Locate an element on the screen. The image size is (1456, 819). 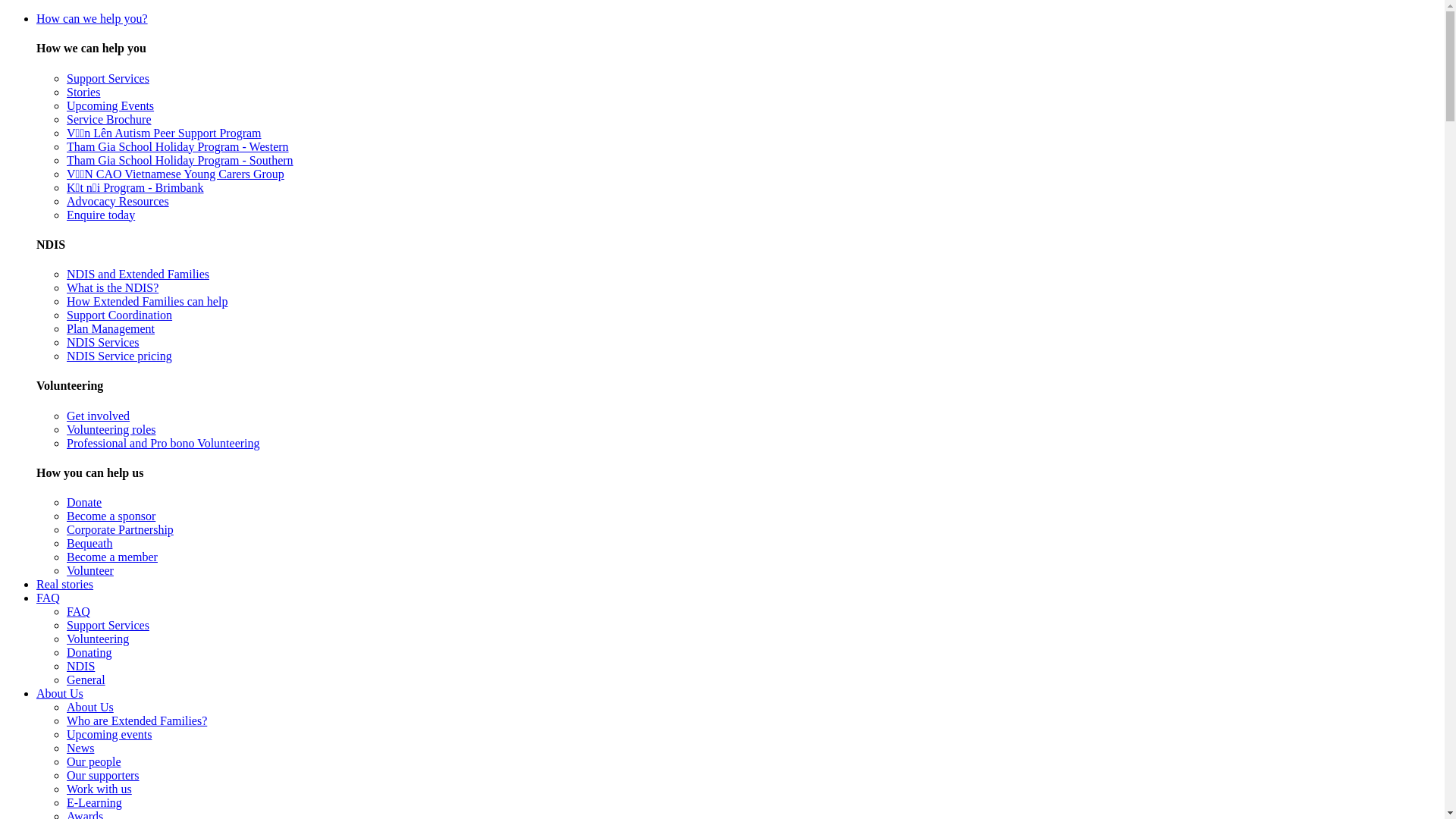
'Support Services' is located at coordinates (107, 78).